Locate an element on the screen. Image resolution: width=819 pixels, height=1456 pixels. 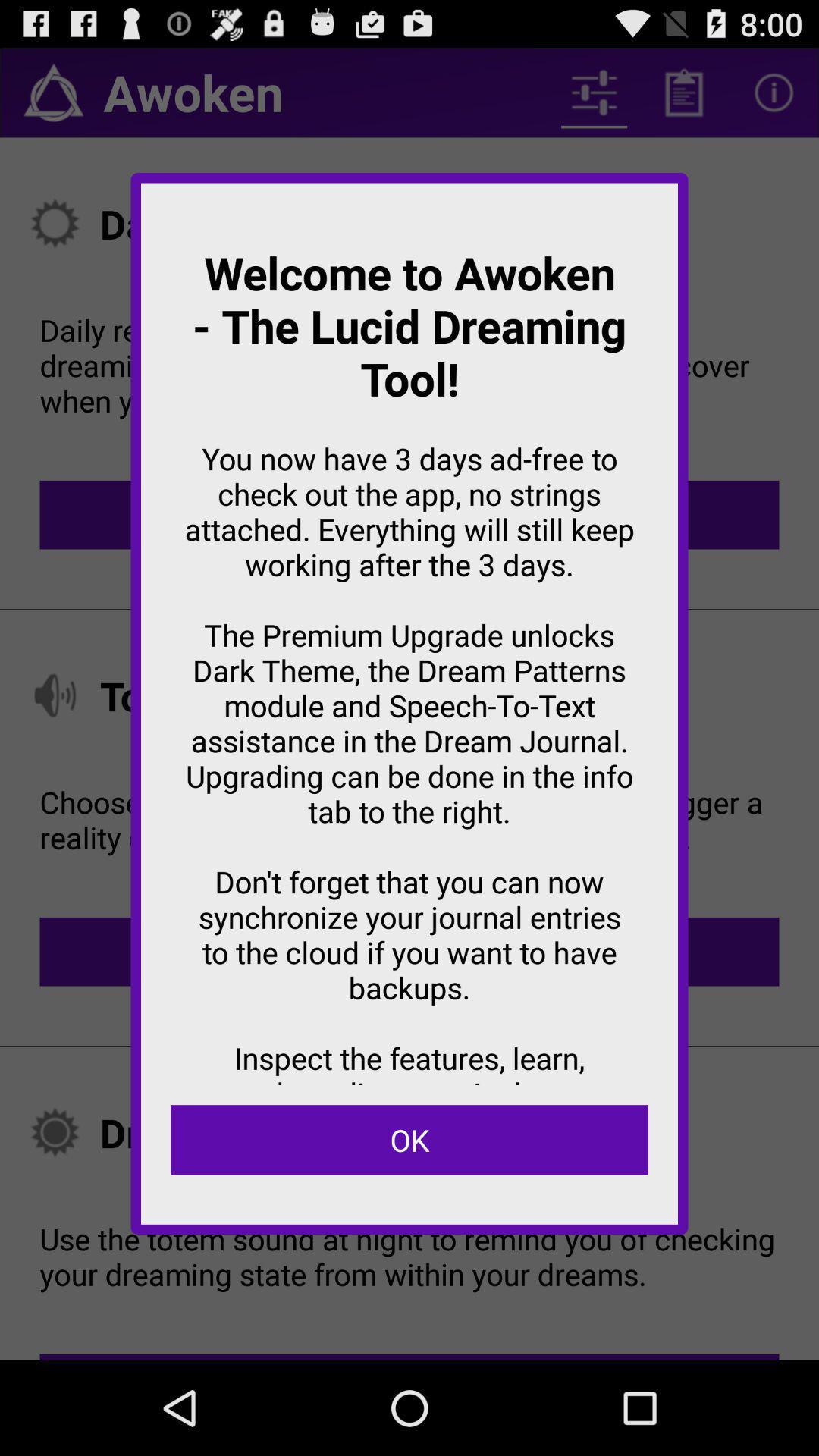
ok is located at coordinates (409, 1140).